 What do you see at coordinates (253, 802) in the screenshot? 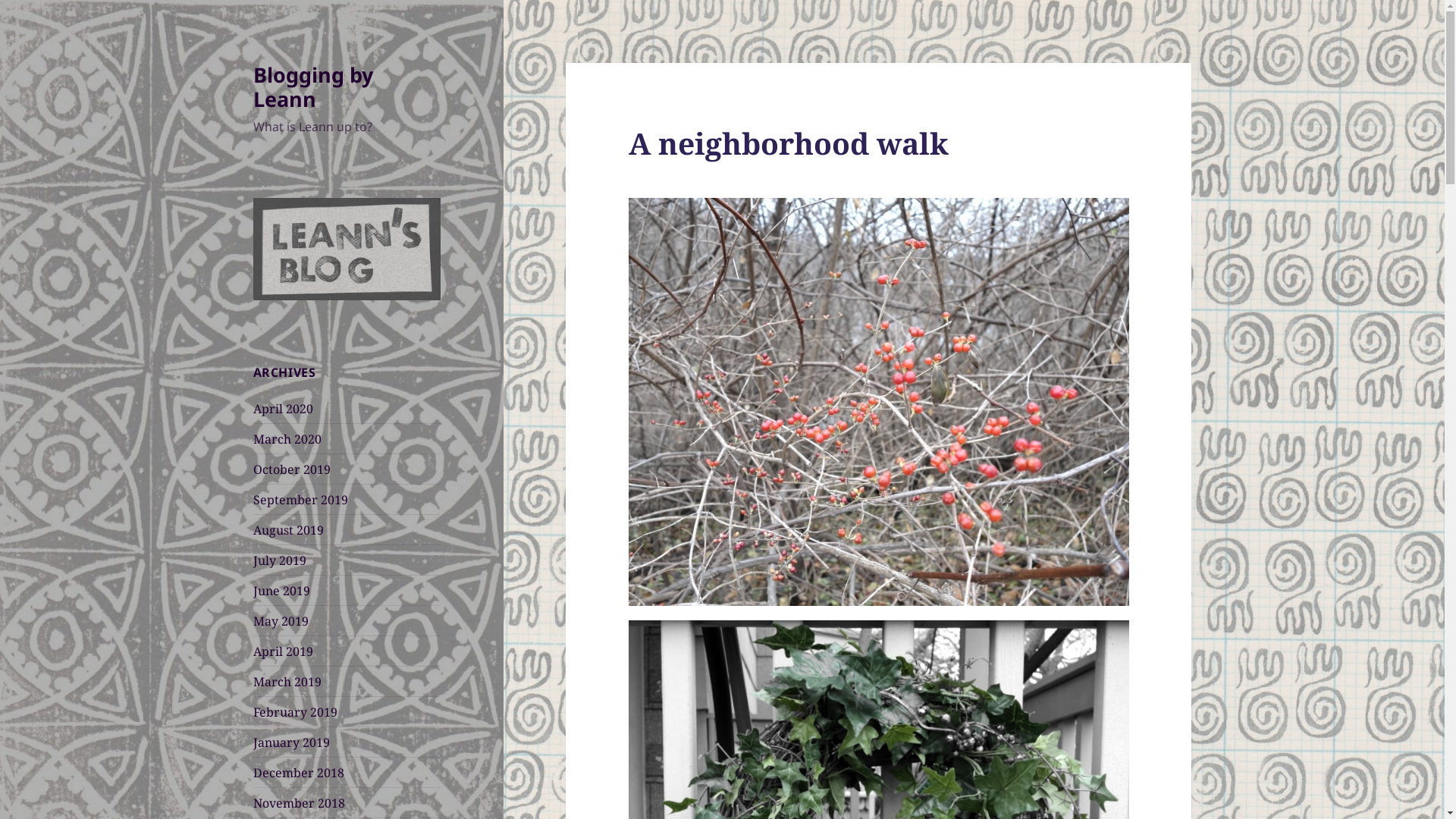
I see `'November 2018'` at bounding box center [253, 802].